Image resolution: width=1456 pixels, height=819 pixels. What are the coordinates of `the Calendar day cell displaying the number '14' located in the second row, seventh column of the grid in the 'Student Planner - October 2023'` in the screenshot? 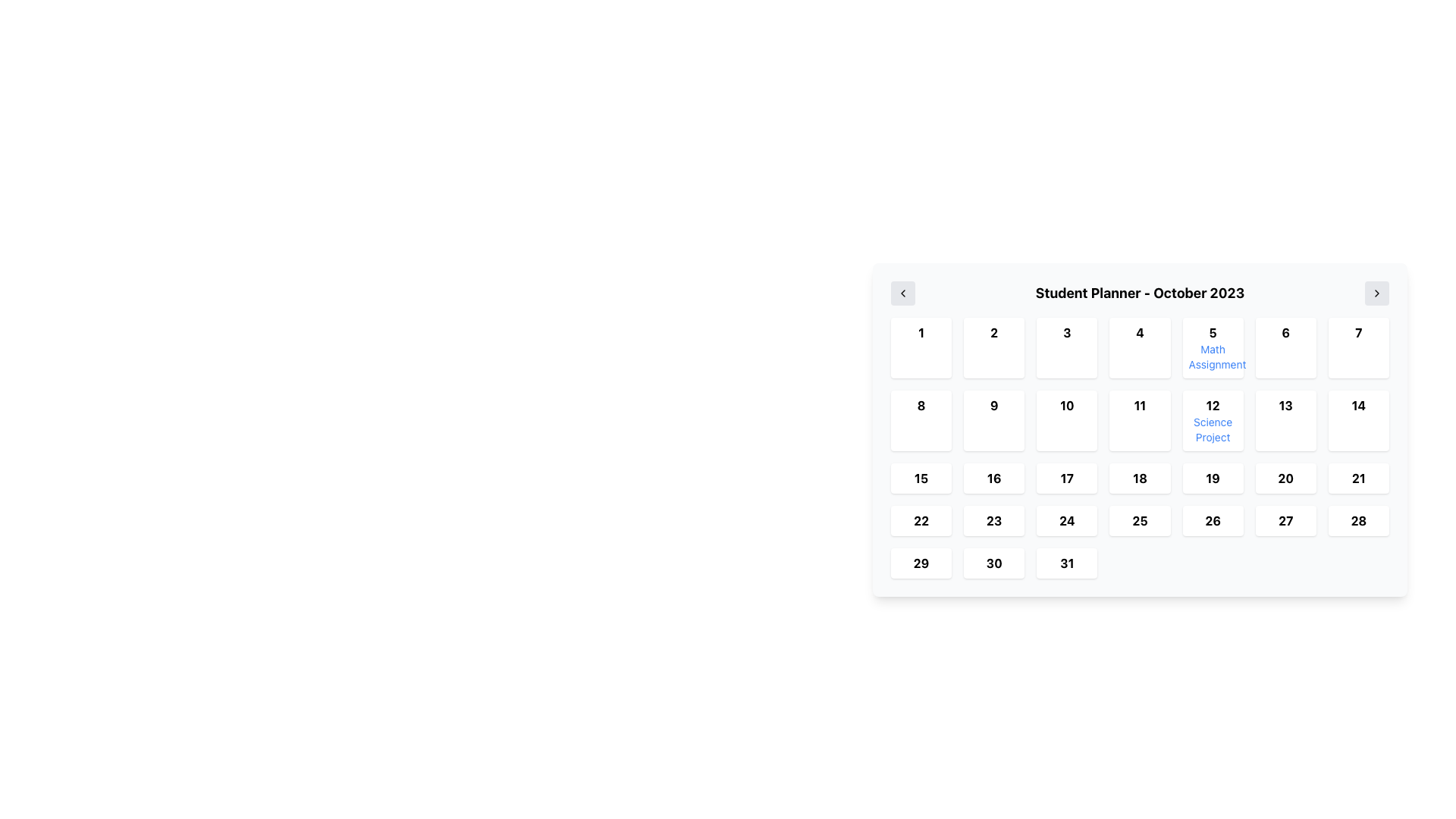 It's located at (1358, 421).